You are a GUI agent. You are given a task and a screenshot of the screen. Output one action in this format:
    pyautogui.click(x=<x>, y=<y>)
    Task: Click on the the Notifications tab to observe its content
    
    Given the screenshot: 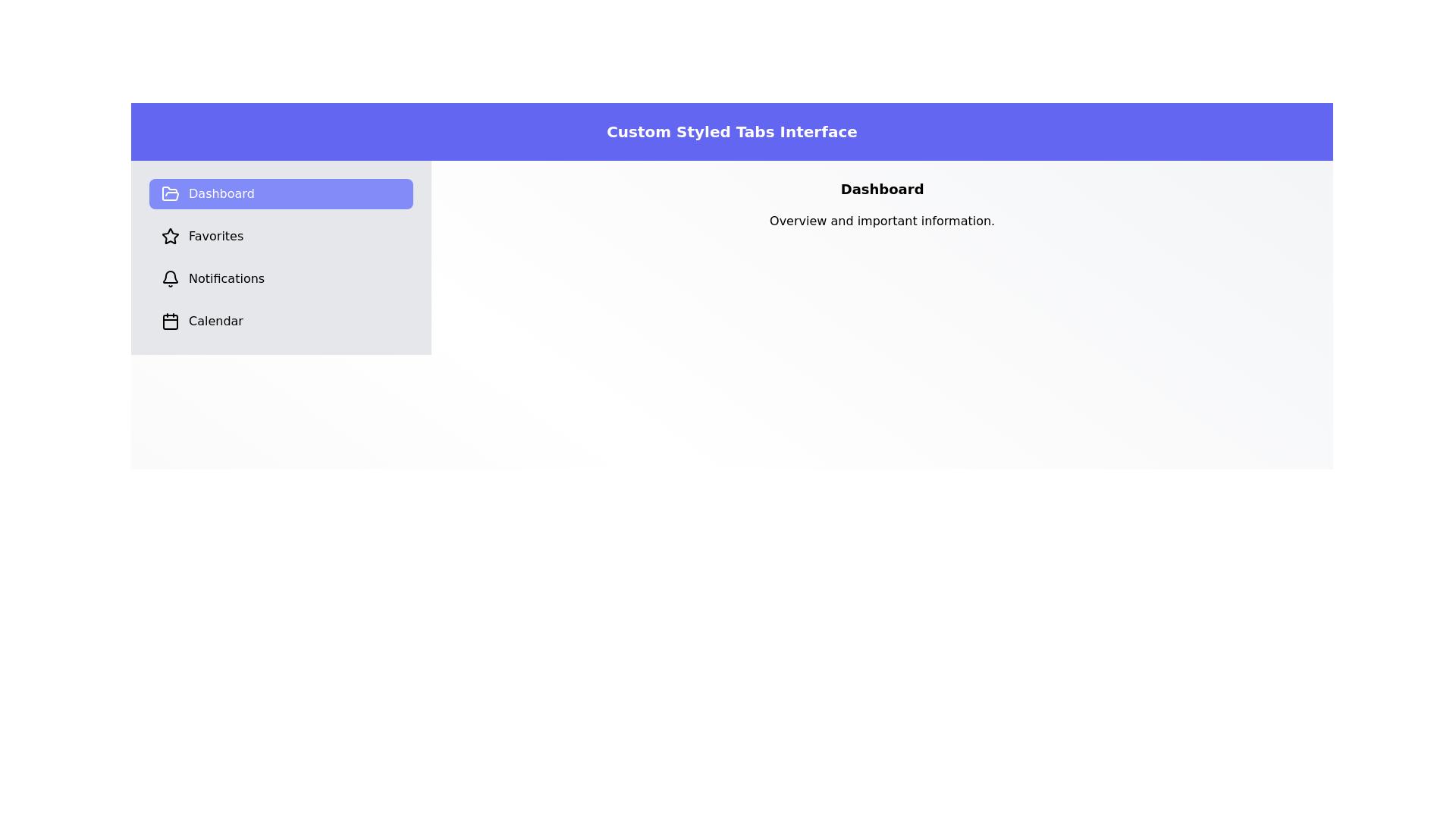 What is the action you would take?
    pyautogui.click(x=281, y=278)
    